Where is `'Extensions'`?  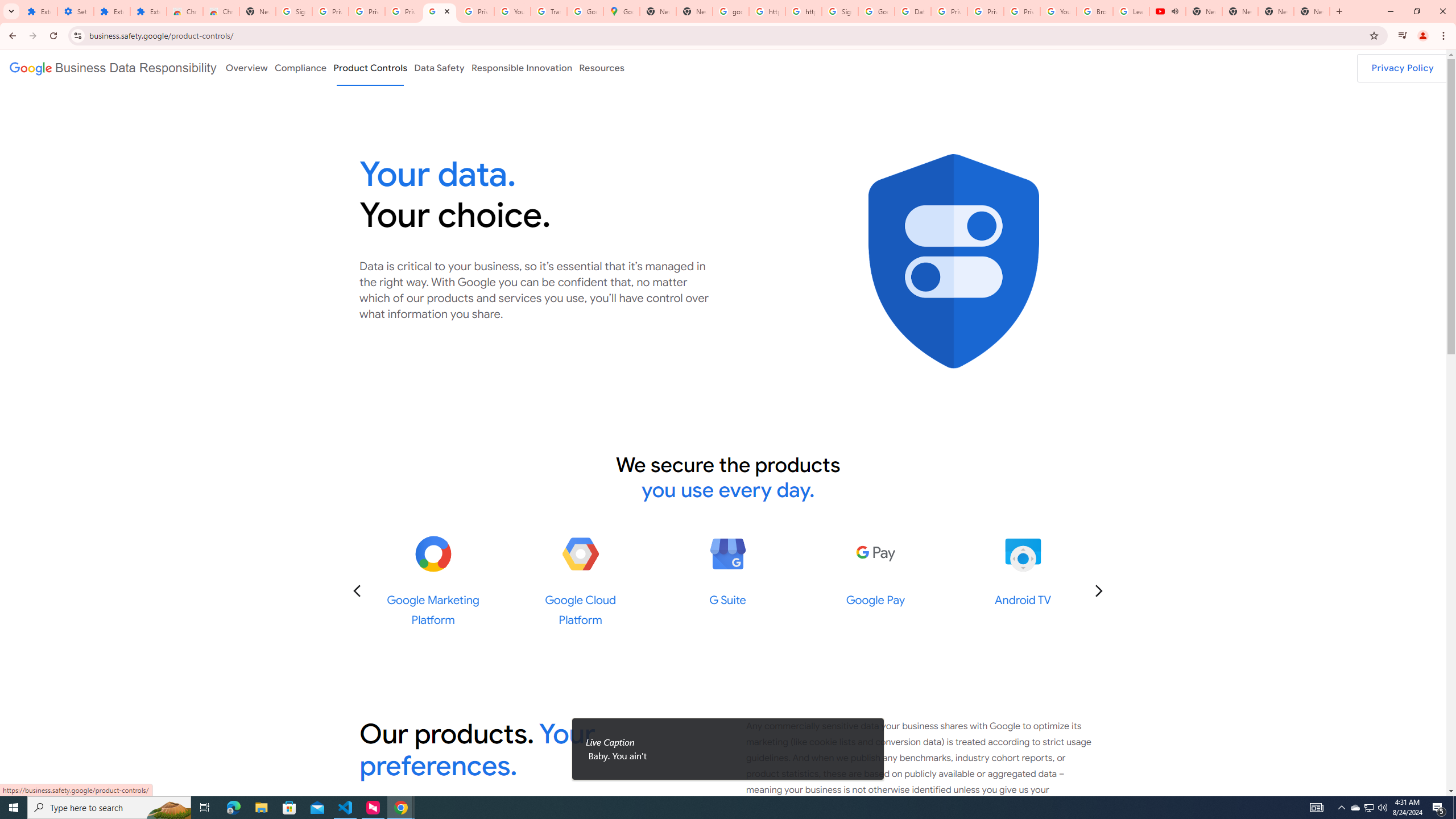 'Extensions' is located at coordinates (111, 11).